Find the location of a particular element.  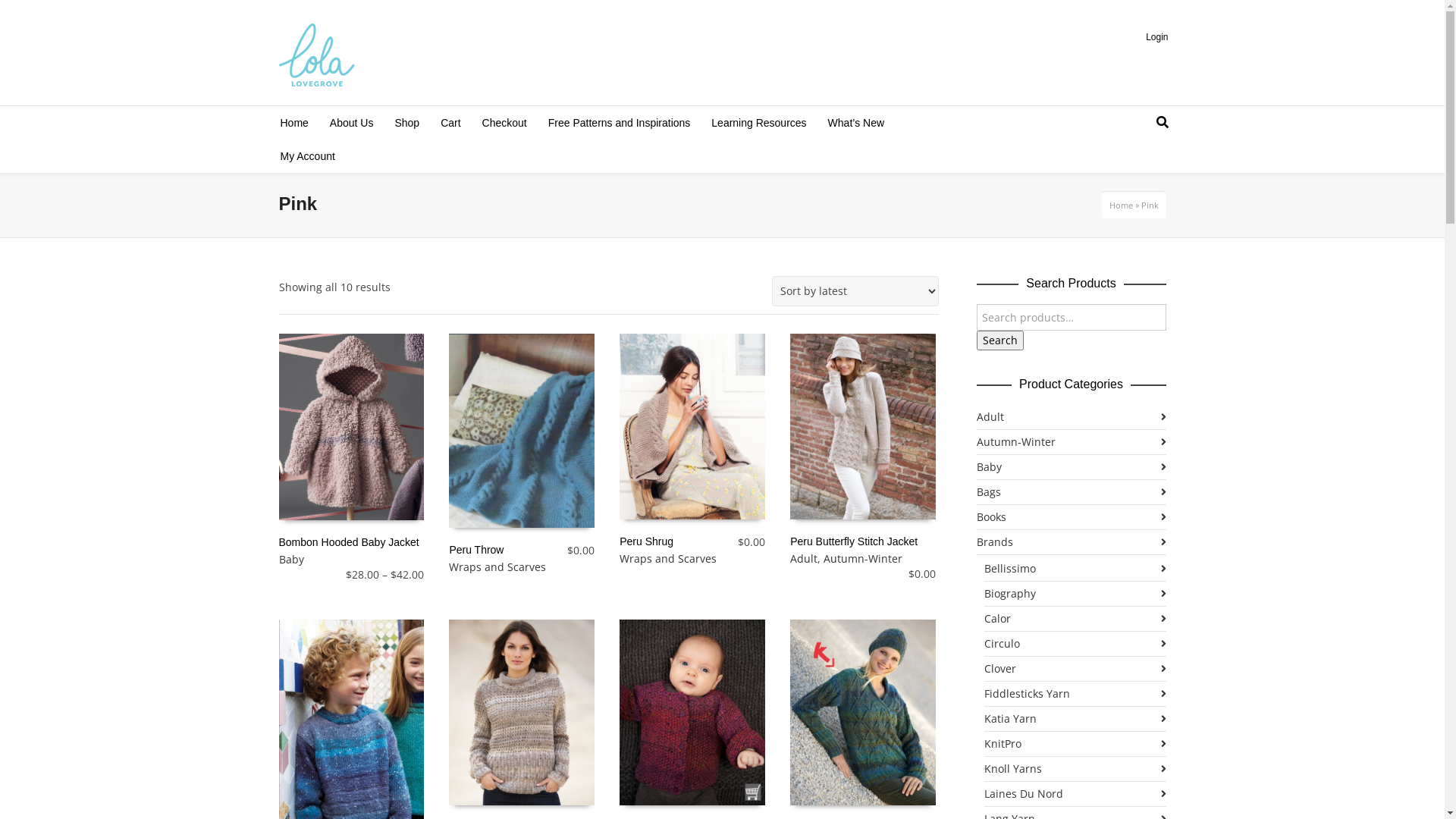

'Biography' is located at coordinates (984, 593).